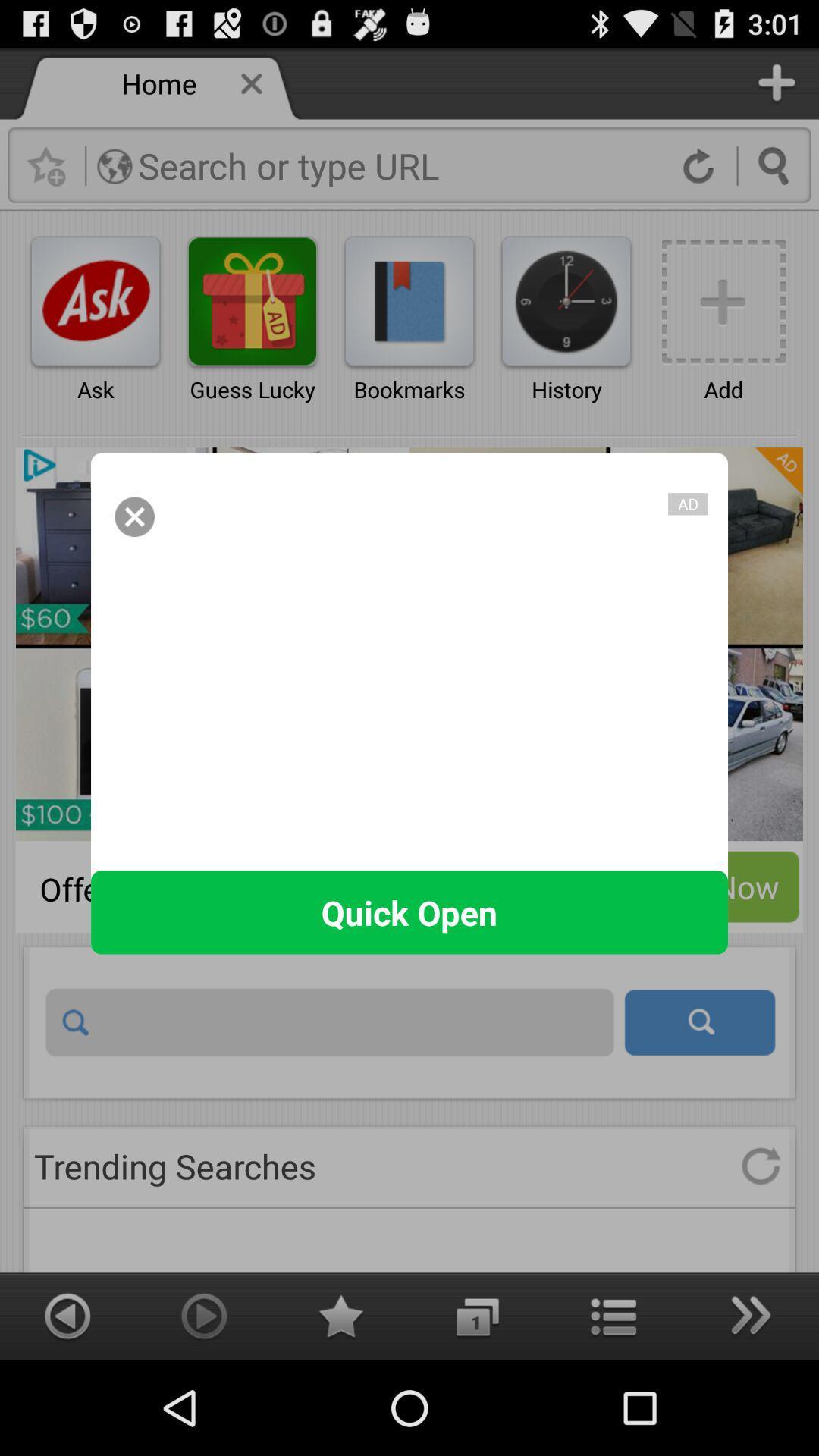 This screenshot has width=819, height=1456. I want to click on the close icon, so click(133, 552).